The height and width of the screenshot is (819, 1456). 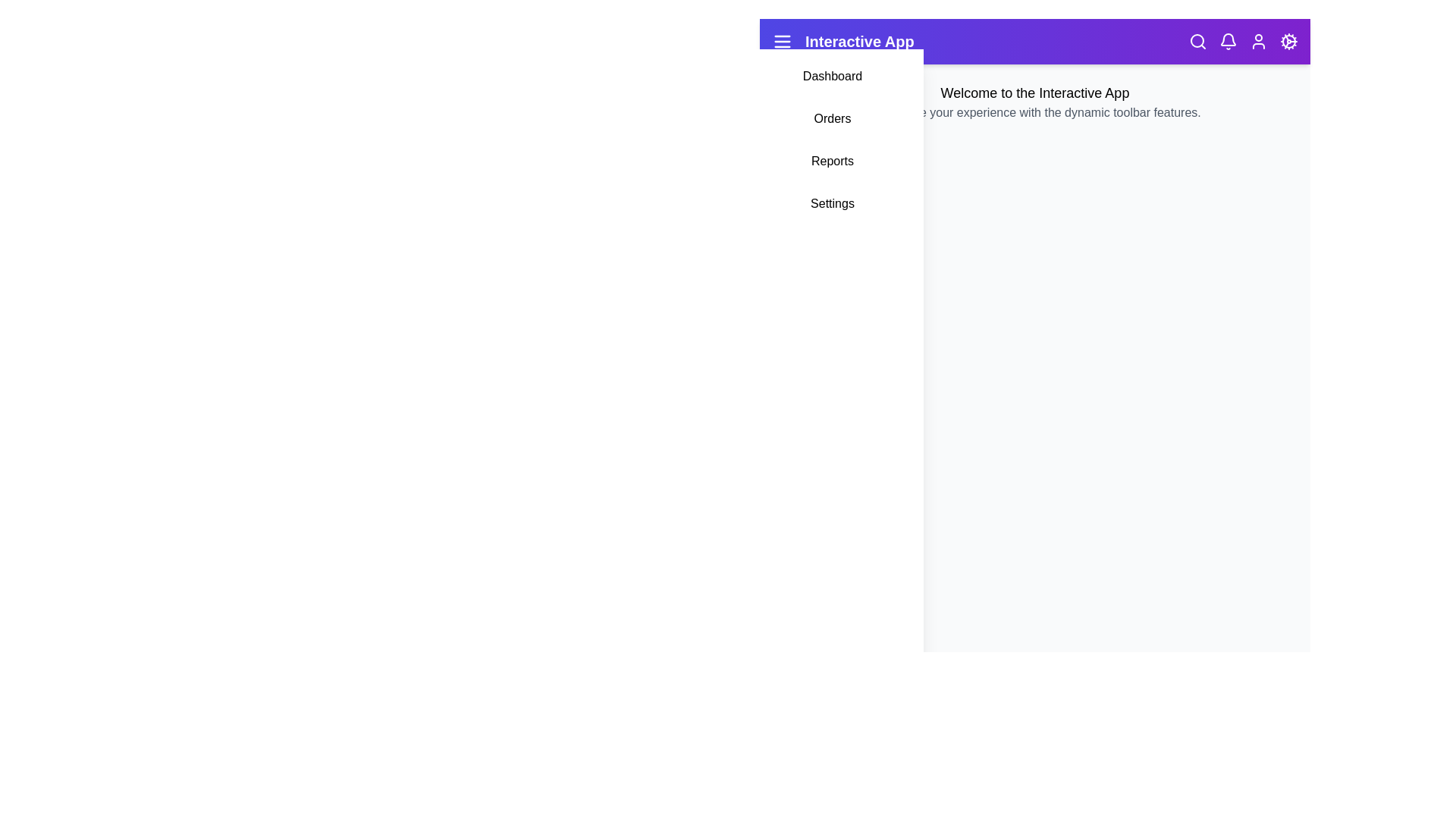 What do you see at coordinates (1228, 40) in the screenshot?
I see `the notification bell icon to trigger its associated action` at bounding box center [1228, 40].